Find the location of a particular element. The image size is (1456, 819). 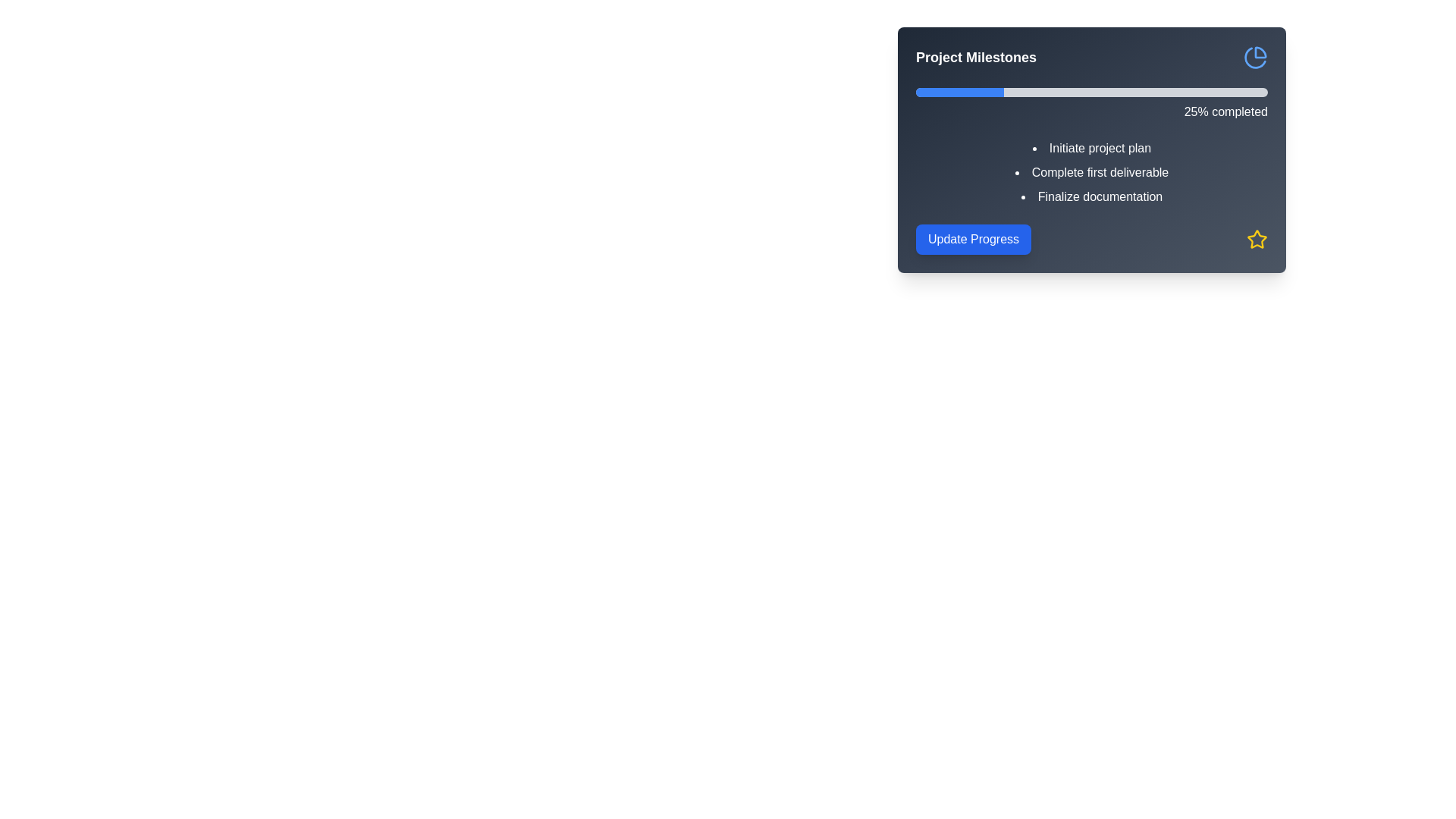

text of the second milestone item, 'Complete first deliverable', located in the middle section of the dark gray card titled 'Project Milestones' is located at coordinates (1092, 171).